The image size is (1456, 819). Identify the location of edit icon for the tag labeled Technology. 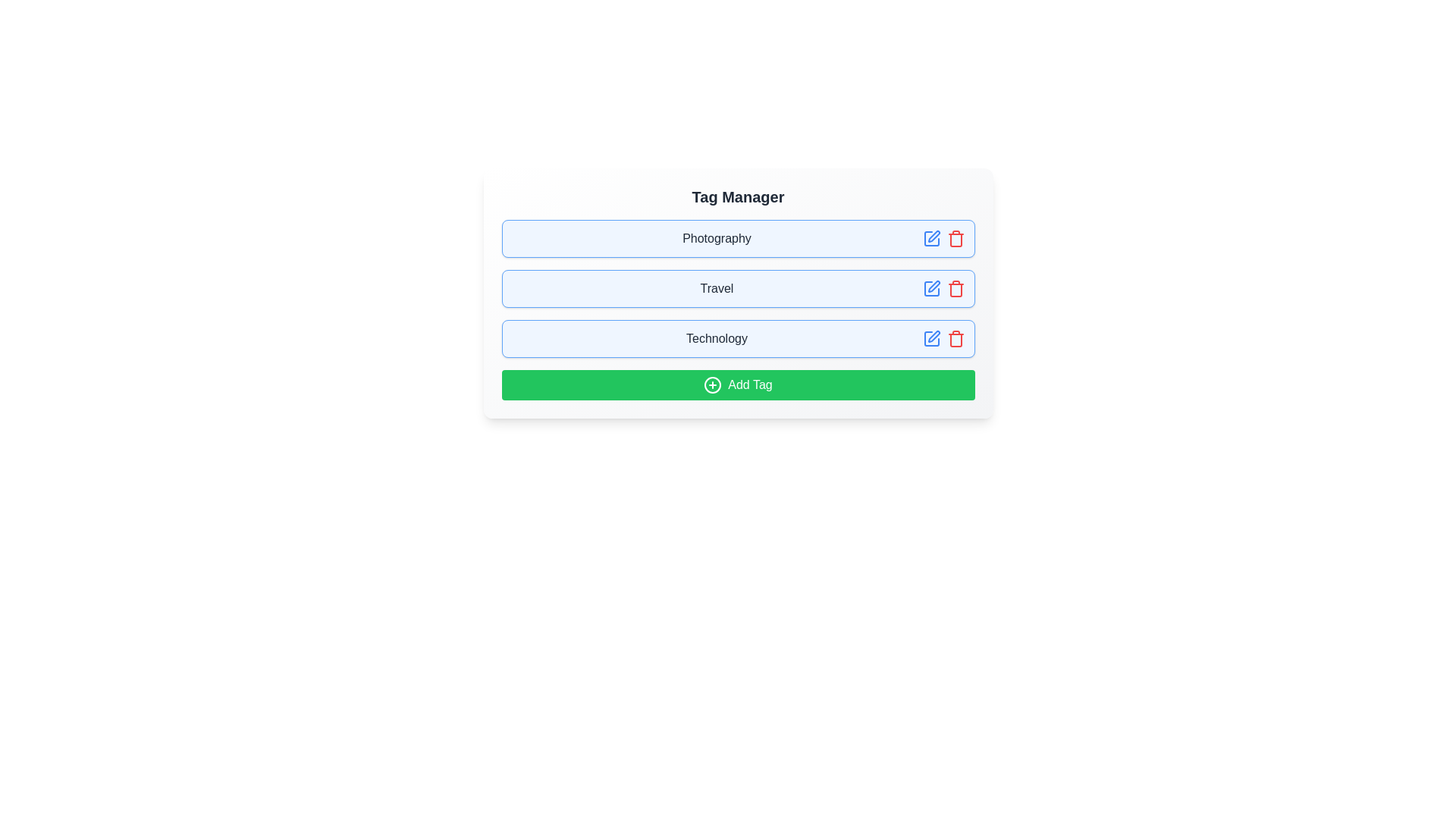
(930, 338).